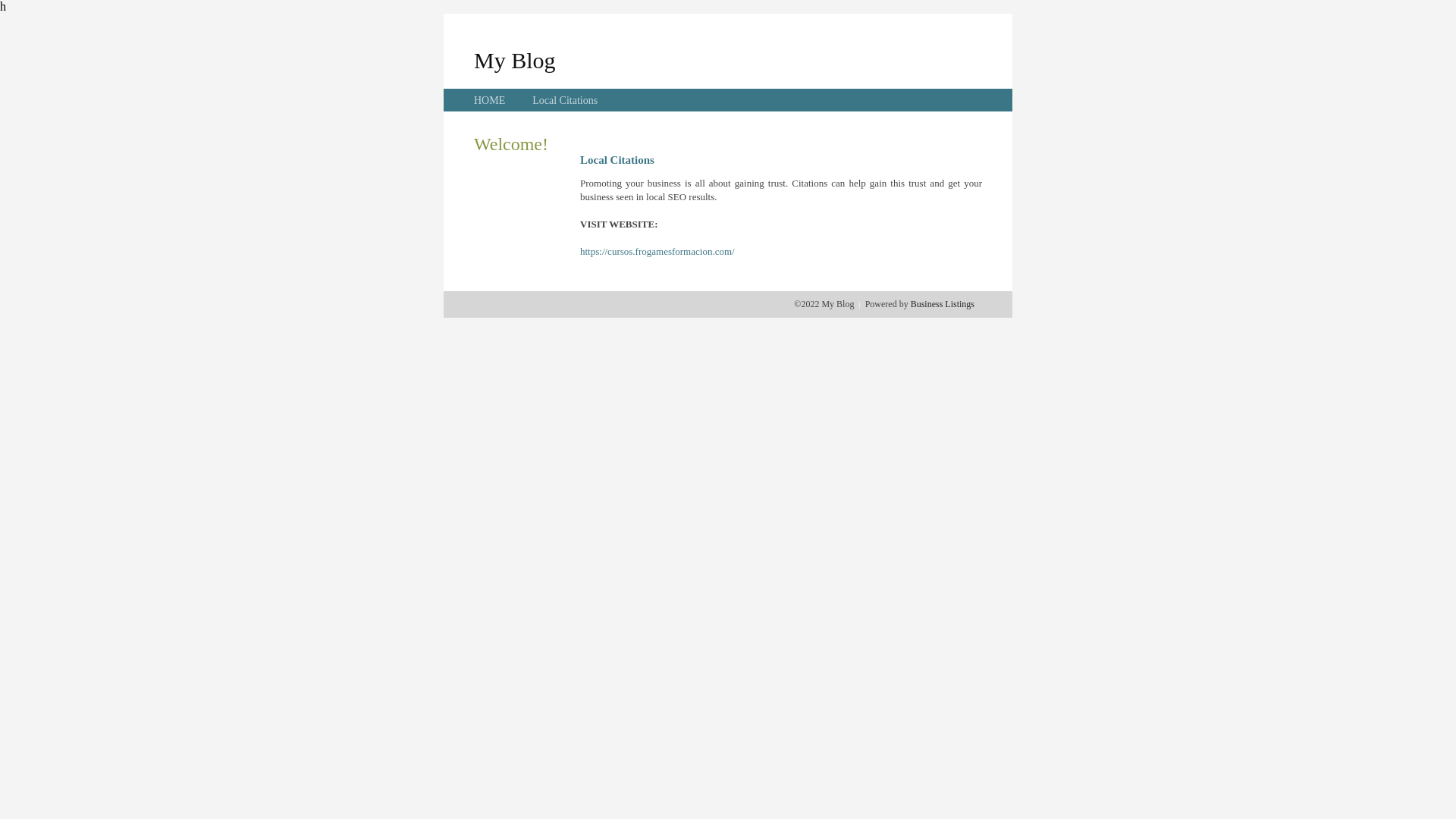  I want to click on 'Local Citations', so click(563, 100).